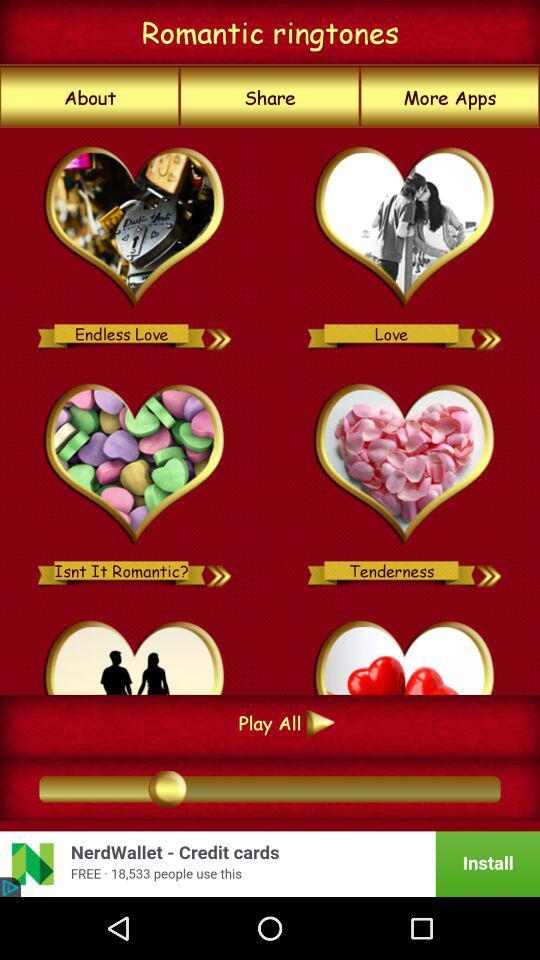 Image resolution: width=540 pixels, height=960 pixels. I want to click on ringtone, so click(489, 570).